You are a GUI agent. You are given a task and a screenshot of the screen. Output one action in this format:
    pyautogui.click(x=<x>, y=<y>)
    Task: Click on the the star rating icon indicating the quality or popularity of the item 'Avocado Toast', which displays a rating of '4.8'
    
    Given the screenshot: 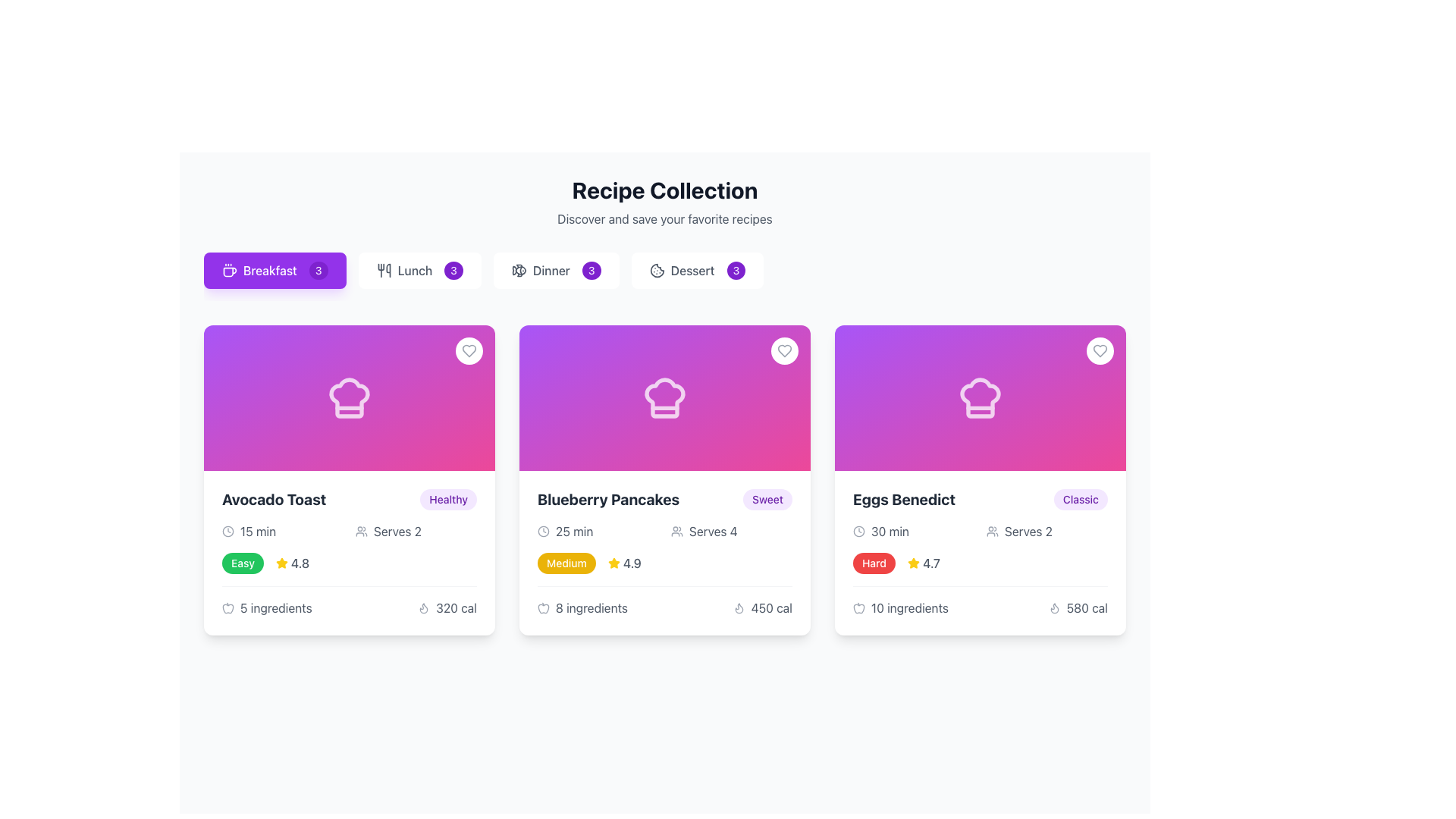 What is the action you would take?
    pyautogui.click(x=281, y=563)
    